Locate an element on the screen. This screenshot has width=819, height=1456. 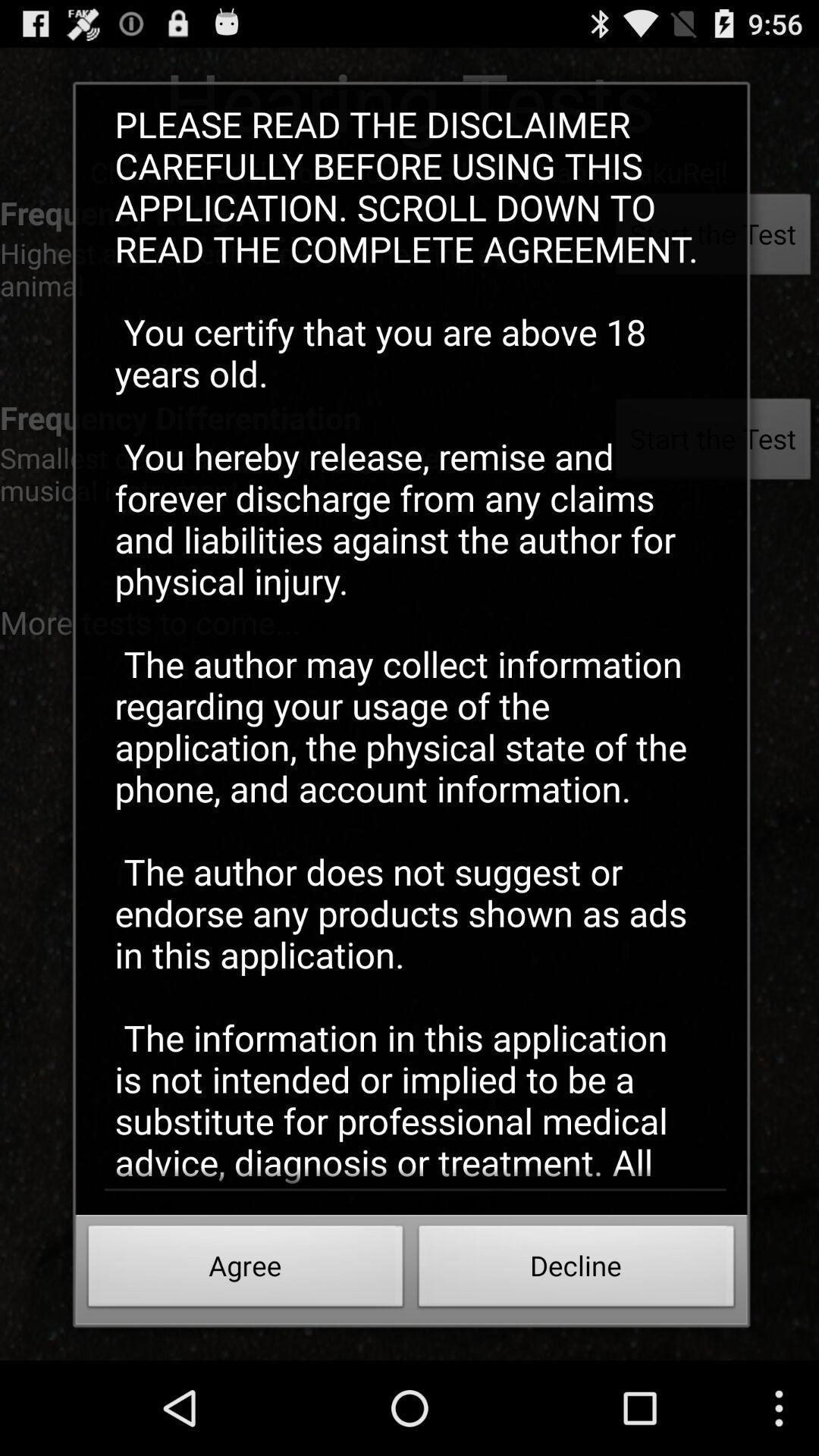
the app below please read the is located at coordinates (576, 1270).